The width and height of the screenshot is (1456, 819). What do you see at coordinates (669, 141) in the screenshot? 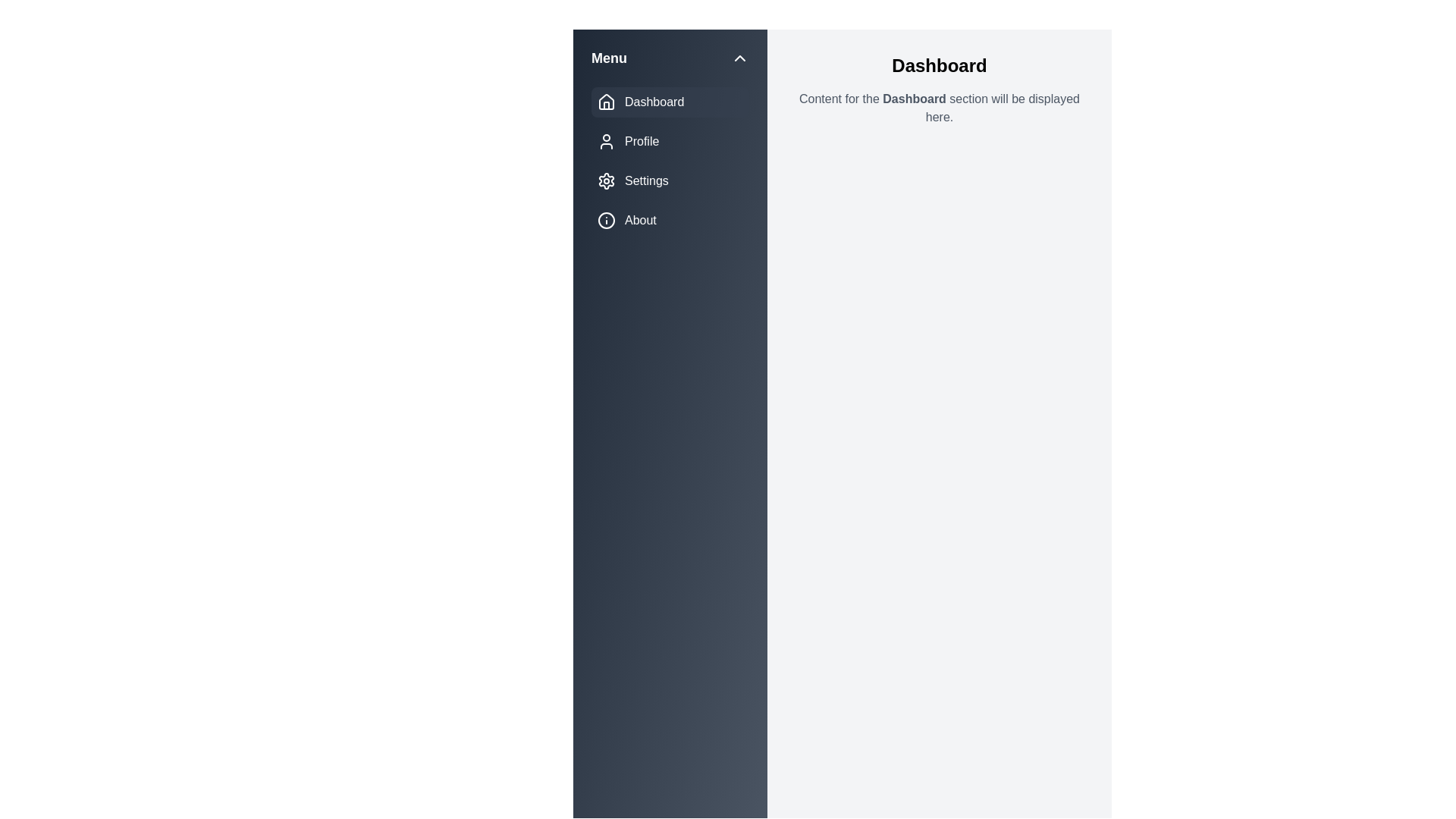
I see `the second item in the vertical navigation menu located in the left-hand sidebar` at bounding box center [669, 141].